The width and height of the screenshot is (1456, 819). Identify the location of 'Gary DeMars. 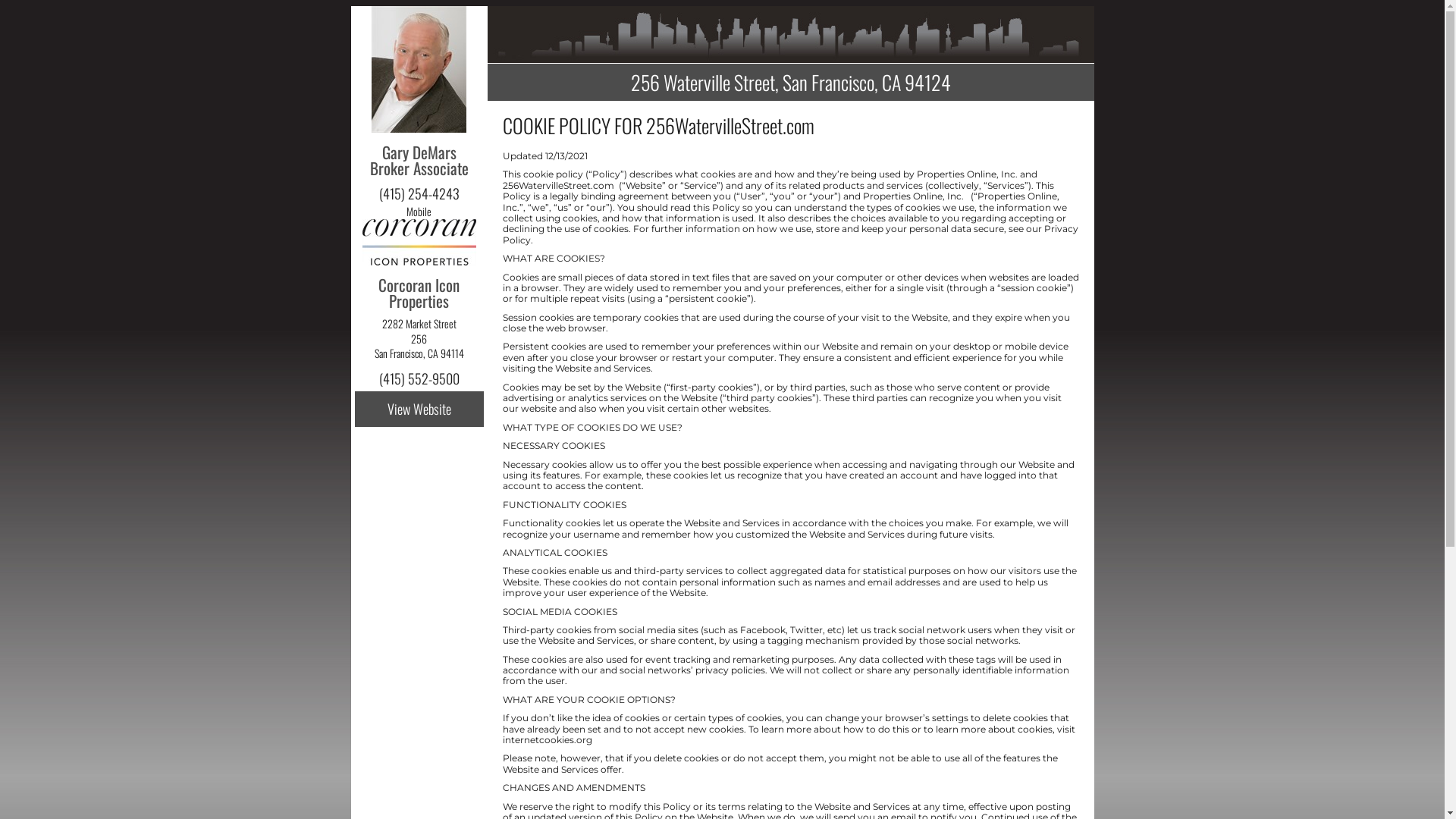
(370, 168).